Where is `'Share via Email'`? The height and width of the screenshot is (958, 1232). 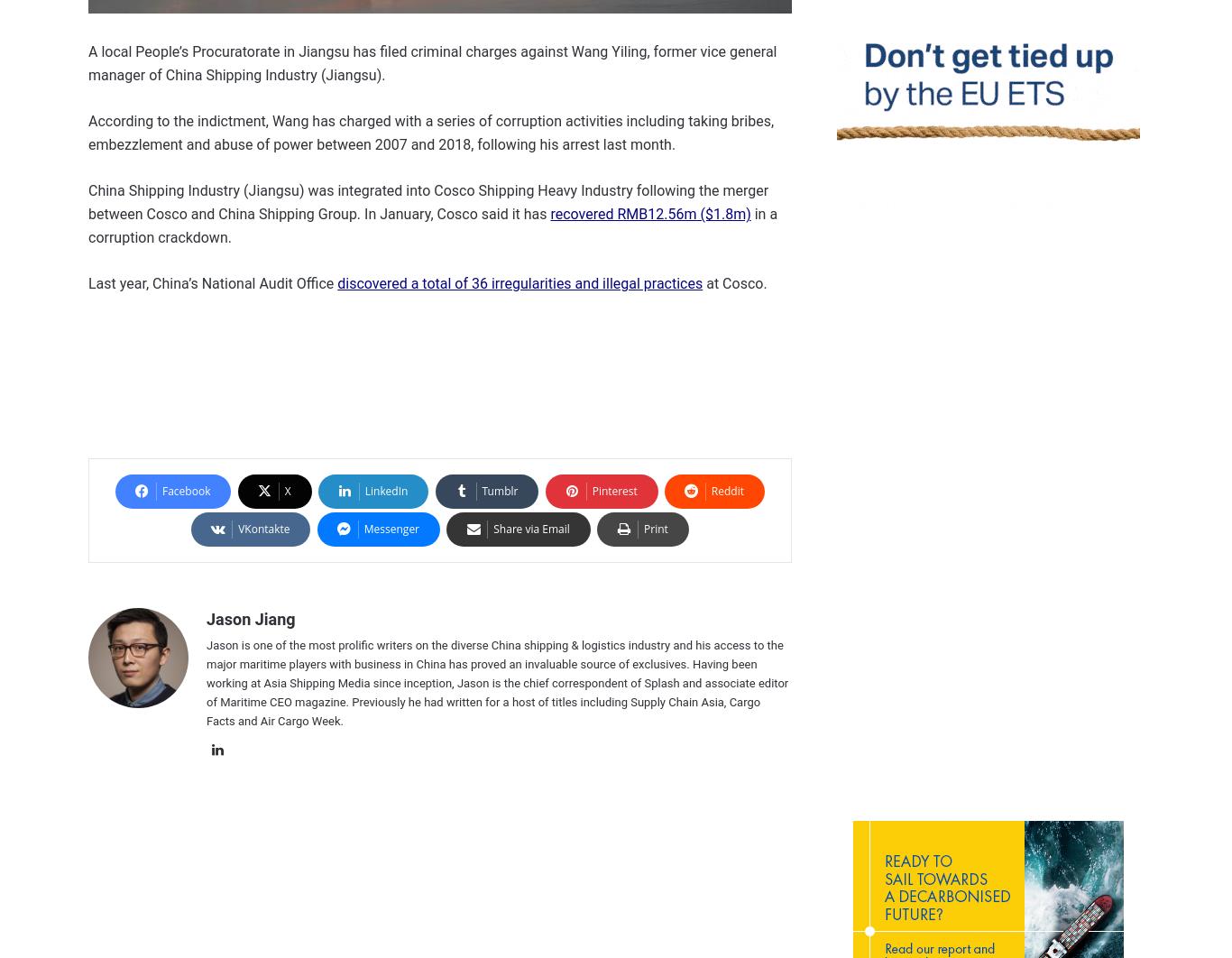 'Share via Email' is located at coordinates (530, 529).